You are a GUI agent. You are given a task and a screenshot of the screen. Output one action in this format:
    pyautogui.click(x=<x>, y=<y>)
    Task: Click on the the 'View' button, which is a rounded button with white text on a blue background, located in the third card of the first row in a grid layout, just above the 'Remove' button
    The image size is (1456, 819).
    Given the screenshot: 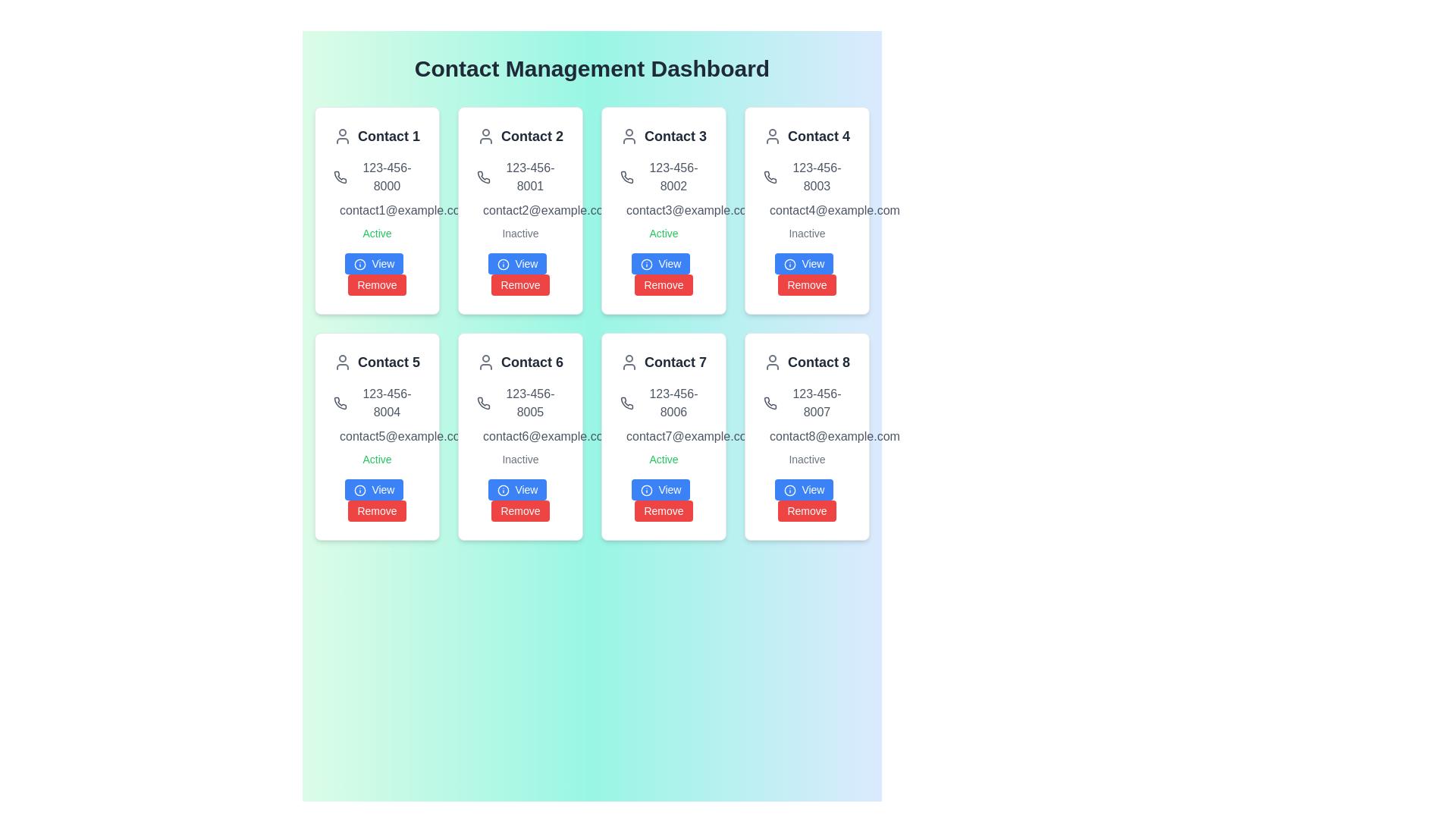 What is the action you would take?
    pyautogui.click(x=661, y=262)
    